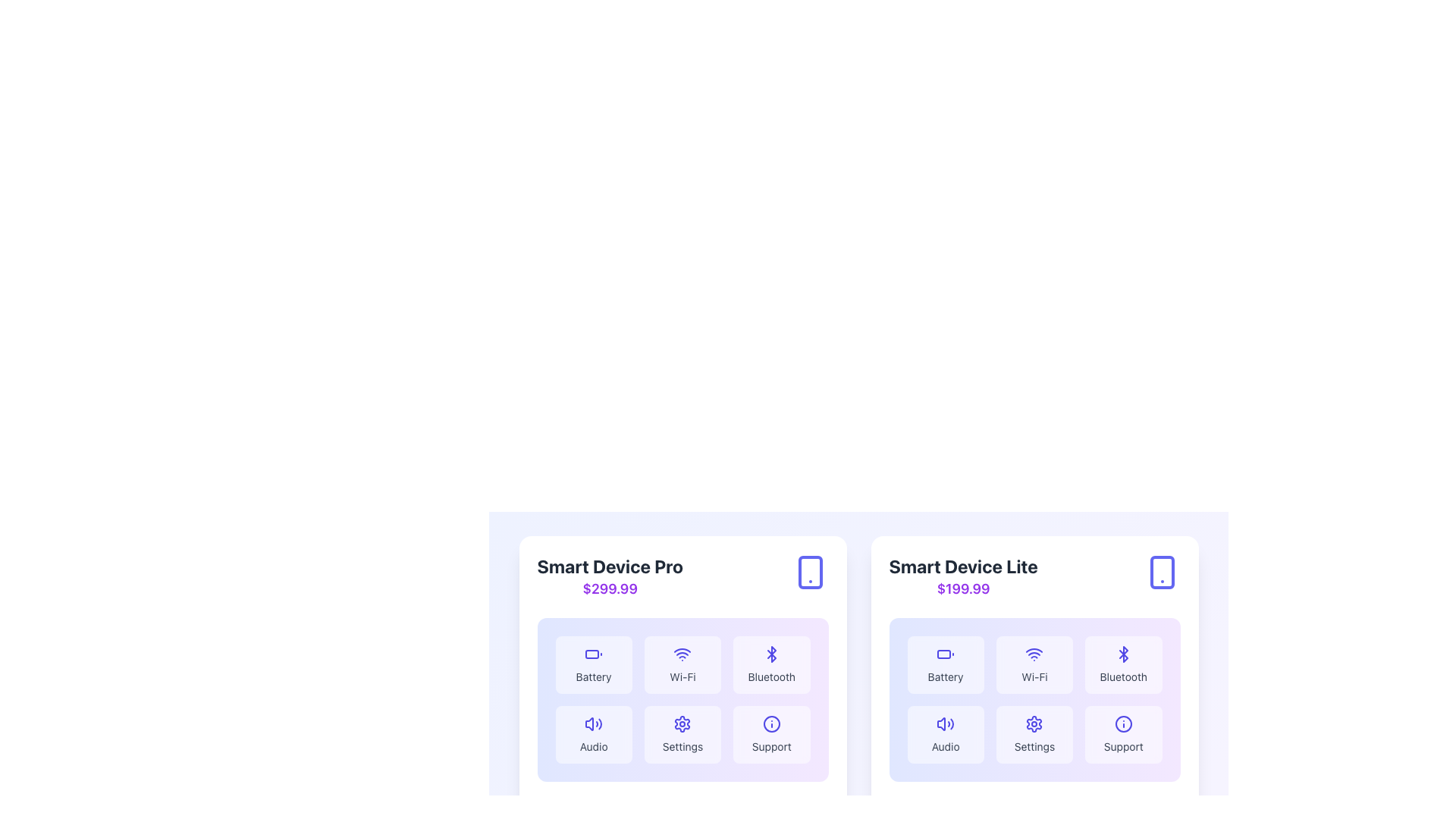  What do you see at coordinates (945, 733) in the screenshot?
I see `the interactive card with a speaker symbol labeled 'Audio' in the second column of the grid layout` at bounding box center [945, 733].